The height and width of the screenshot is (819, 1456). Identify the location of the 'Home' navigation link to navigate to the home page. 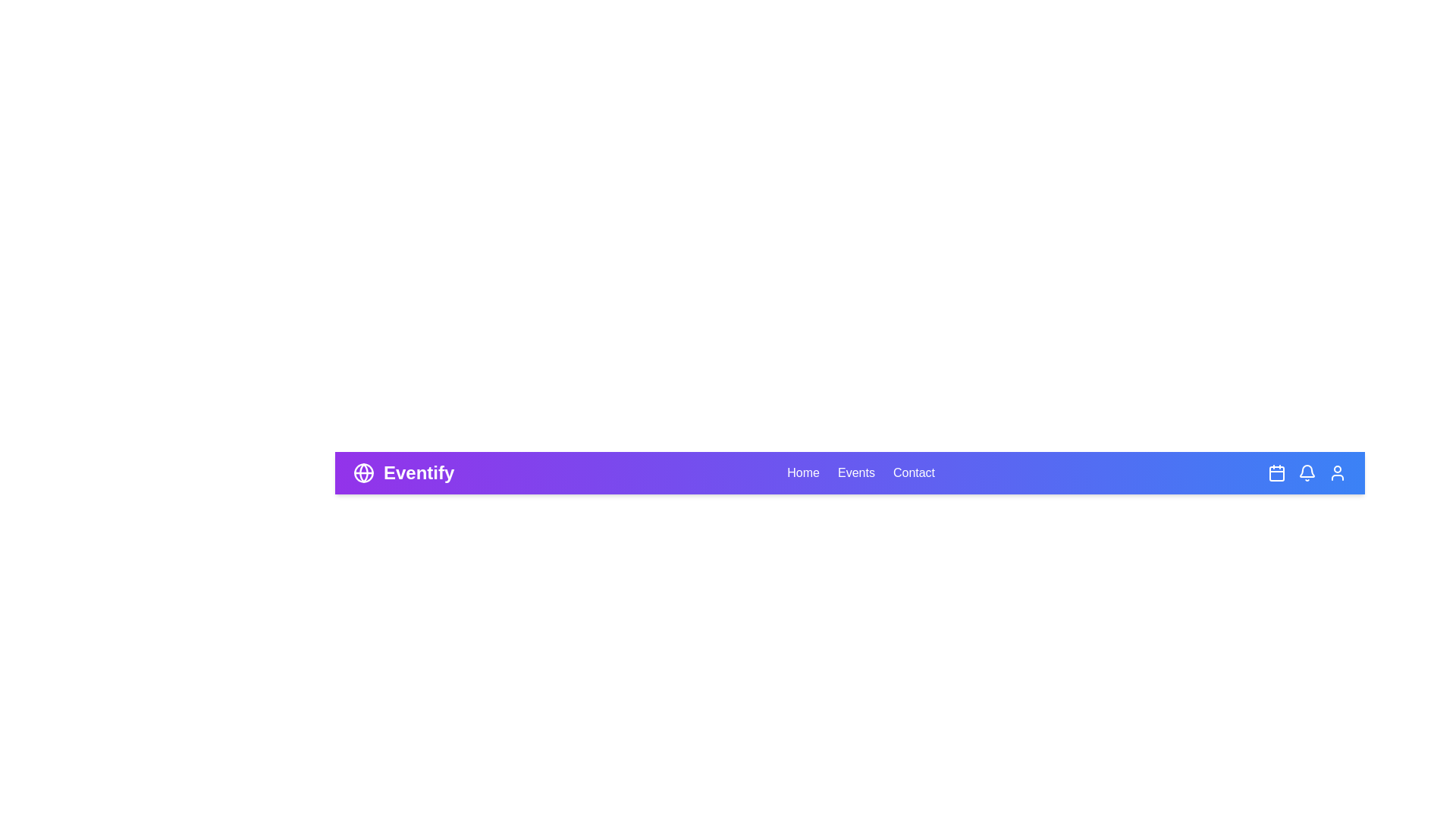
(802, 472).